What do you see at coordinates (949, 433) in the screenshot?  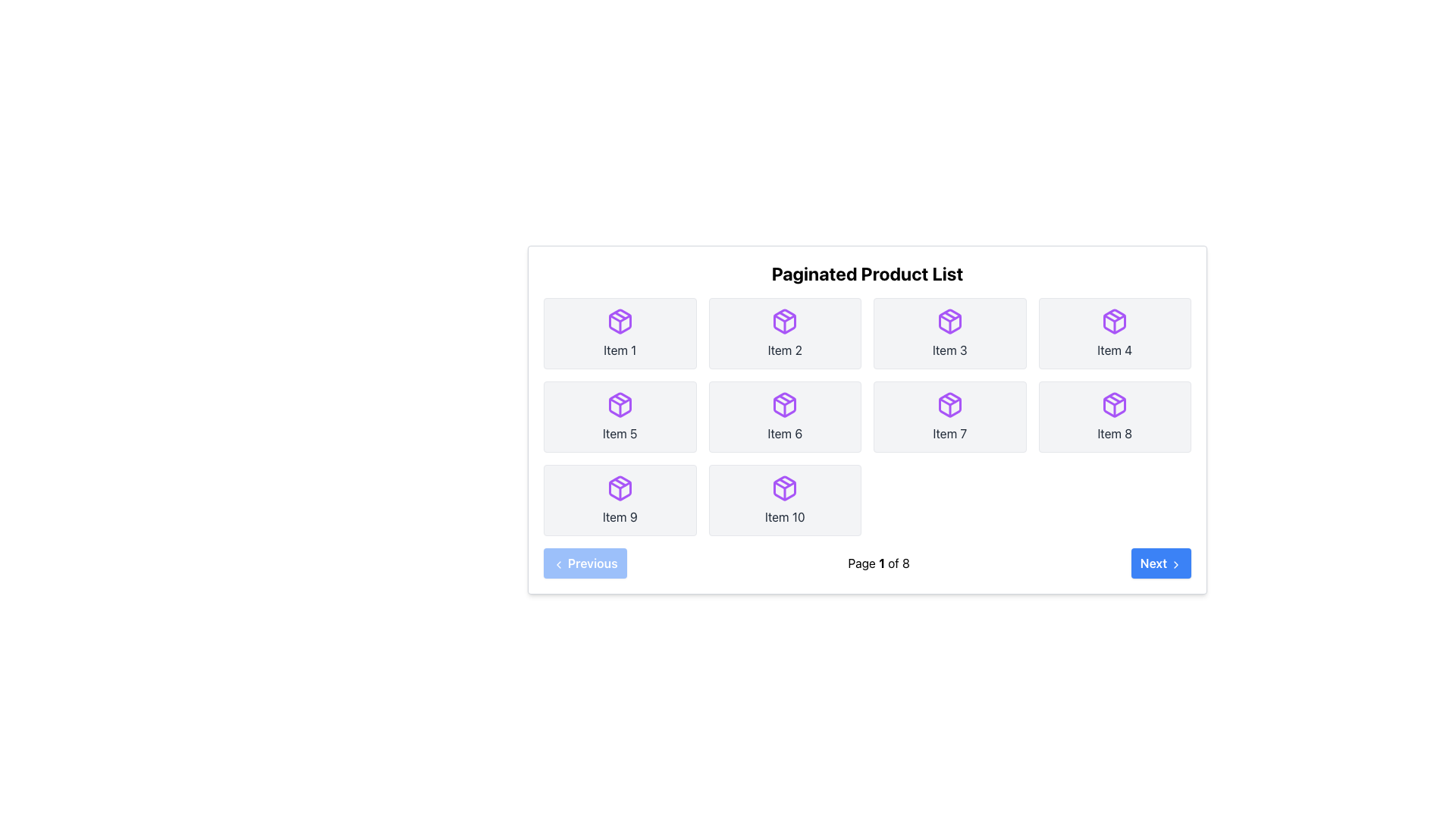 I see `the Text label located in the second row and third column of the 'Paginated Product List' grid, which provides identification for an associated item and is positioned below a purple box icon` at bounding box center [949, 433].